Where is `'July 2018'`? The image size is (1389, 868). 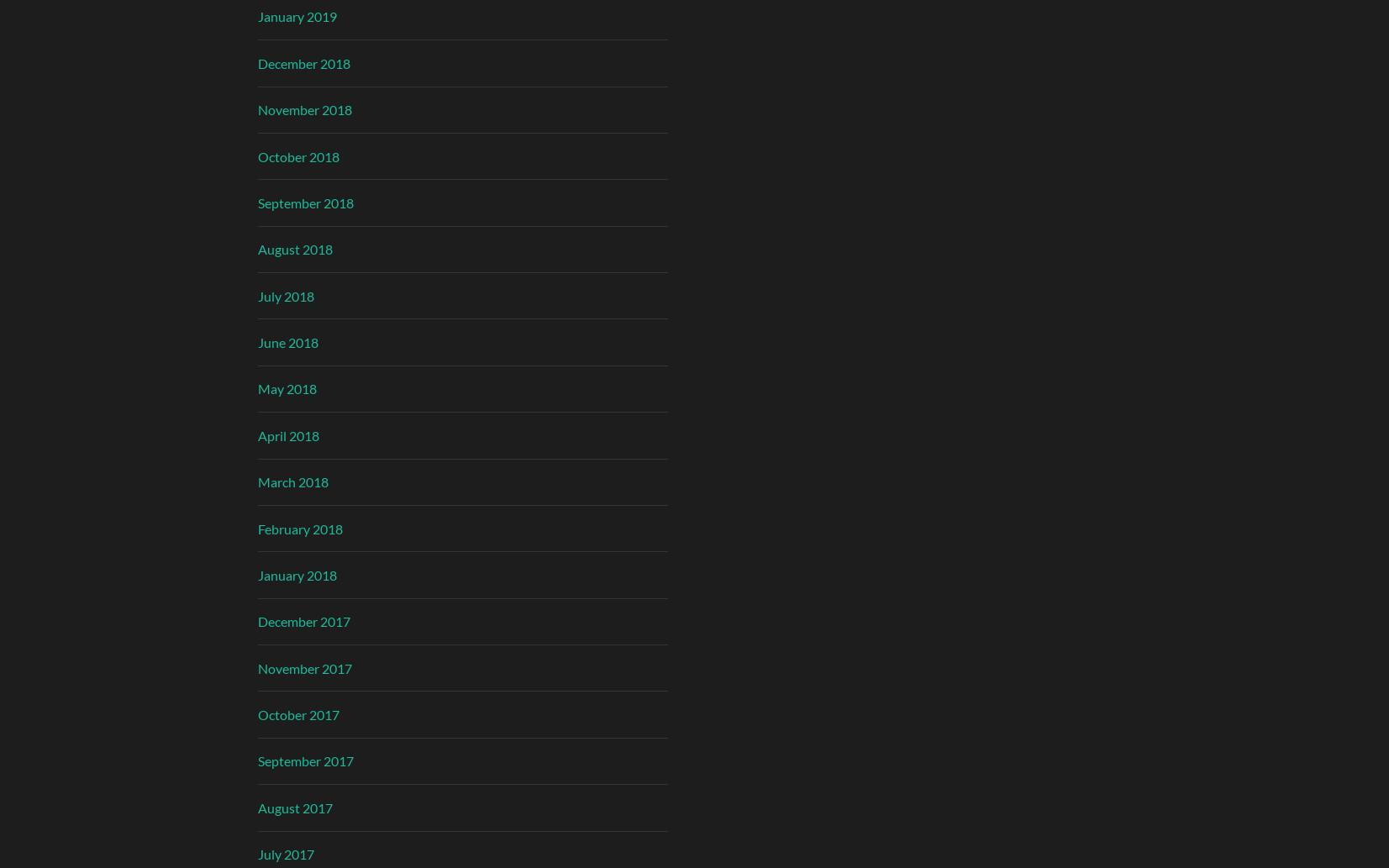 'July 2018' is located at coordinates (284, 295).